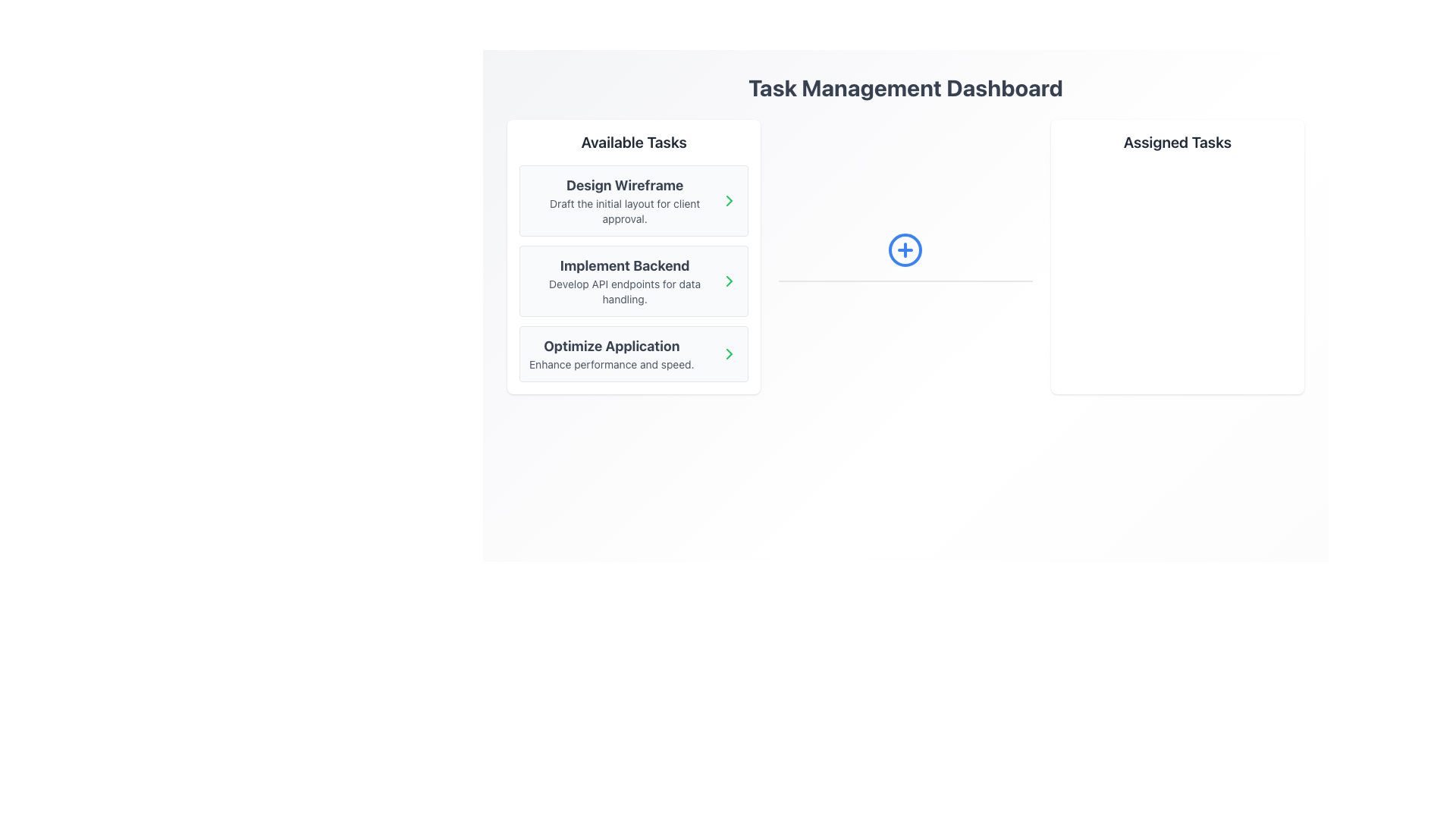 Image resolution: width=1456 pixels, height=819 pixels. What do you see at coordinates (730, 353) in the screenshot?
I see `the right-facing chevron icon styled in green located on the right side of the card titled 'Optimize Application'` at bounding box center [730, 353].